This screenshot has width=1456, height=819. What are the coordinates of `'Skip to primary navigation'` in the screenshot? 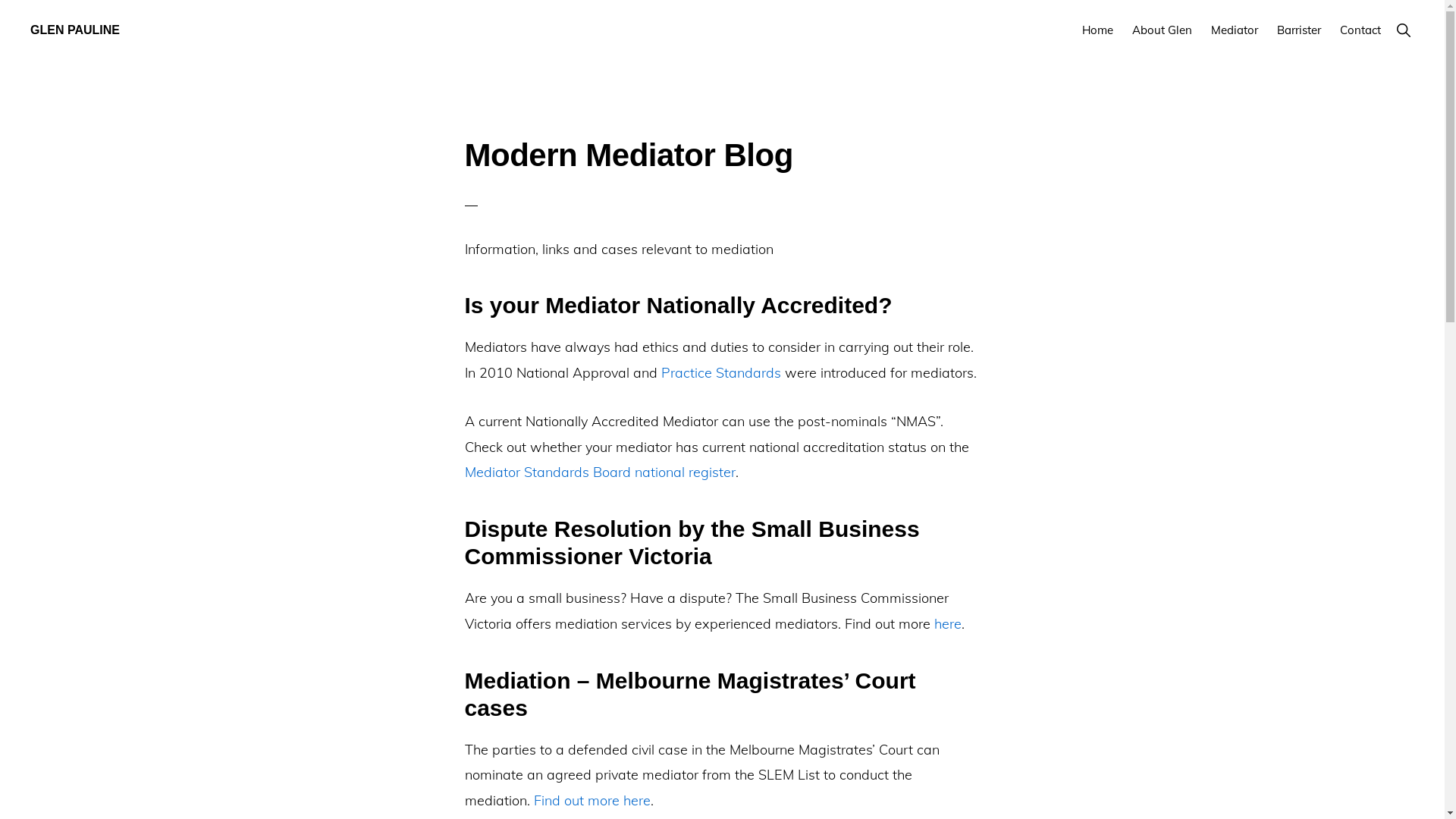 It's located at (0, 0).